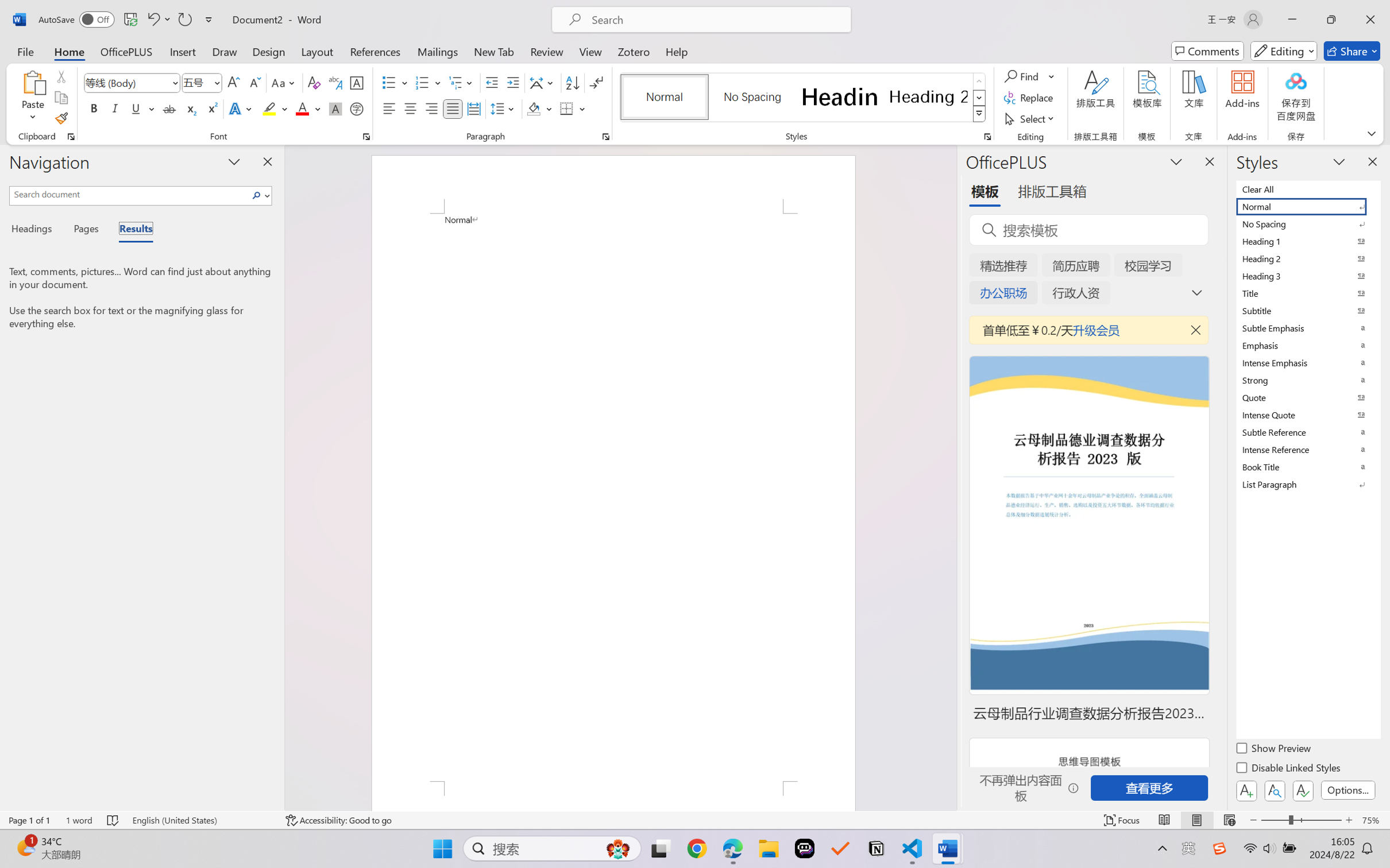 This screenshot has height=868, width=1390. Describe the element at coordinates (1307, 223) in the screenshot. I see `'No Spacing'` at that location.